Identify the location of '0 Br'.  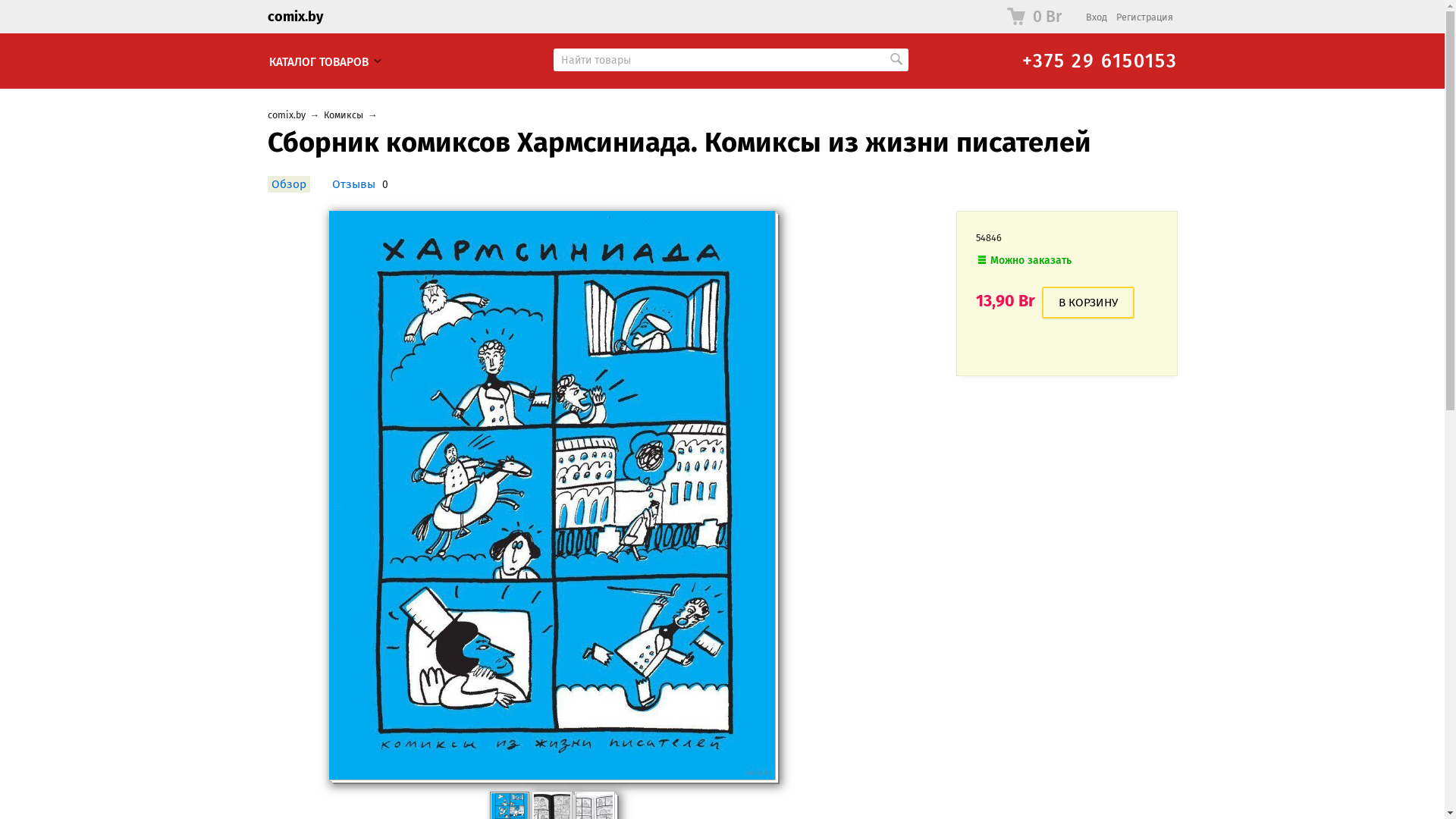
(996, 17).